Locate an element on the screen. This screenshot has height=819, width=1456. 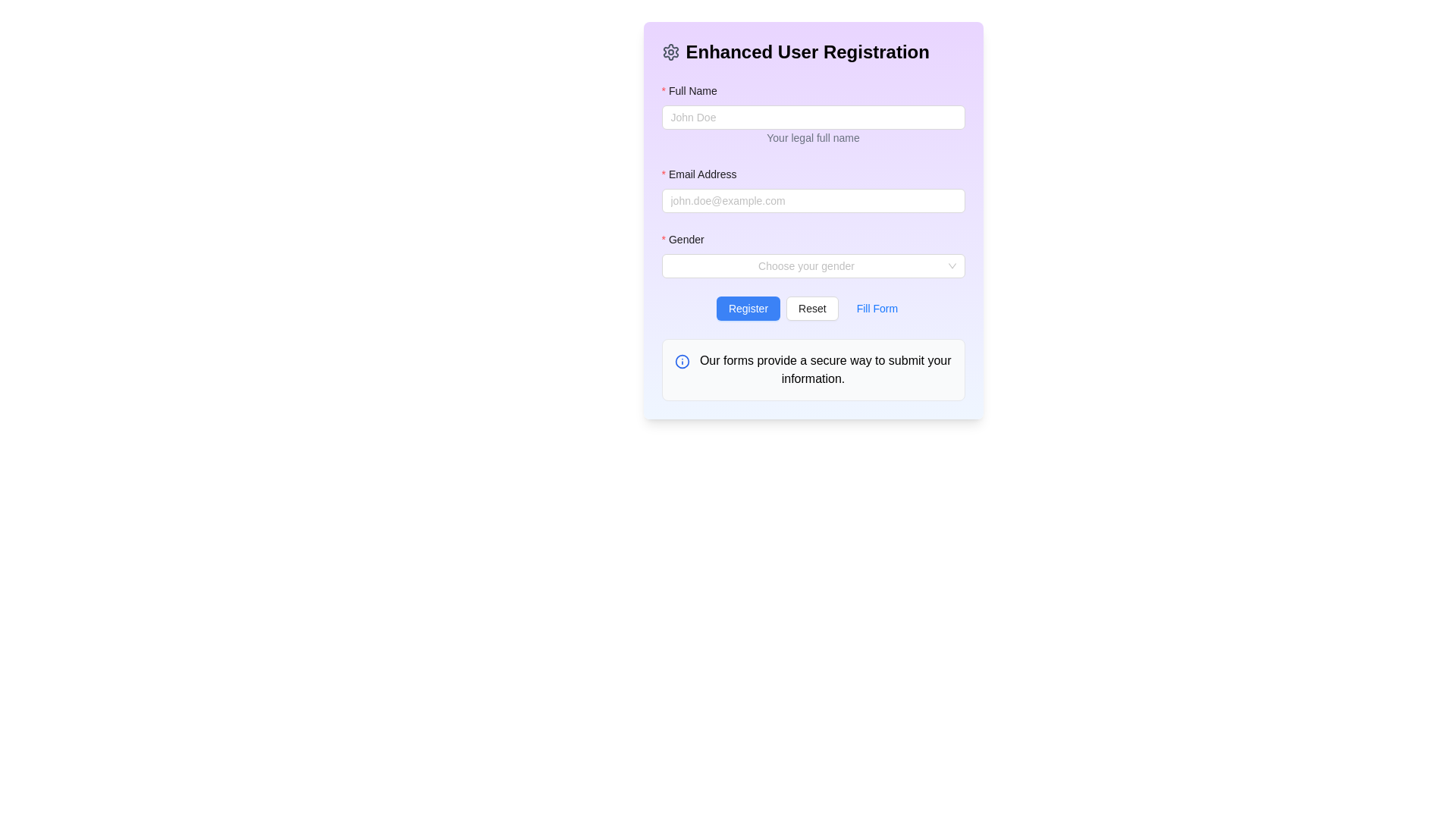
the reset button located between the 'Register' button and the 'Fill Form' button to reset the fields in the form to their default state is located at coordinates (811, 308).